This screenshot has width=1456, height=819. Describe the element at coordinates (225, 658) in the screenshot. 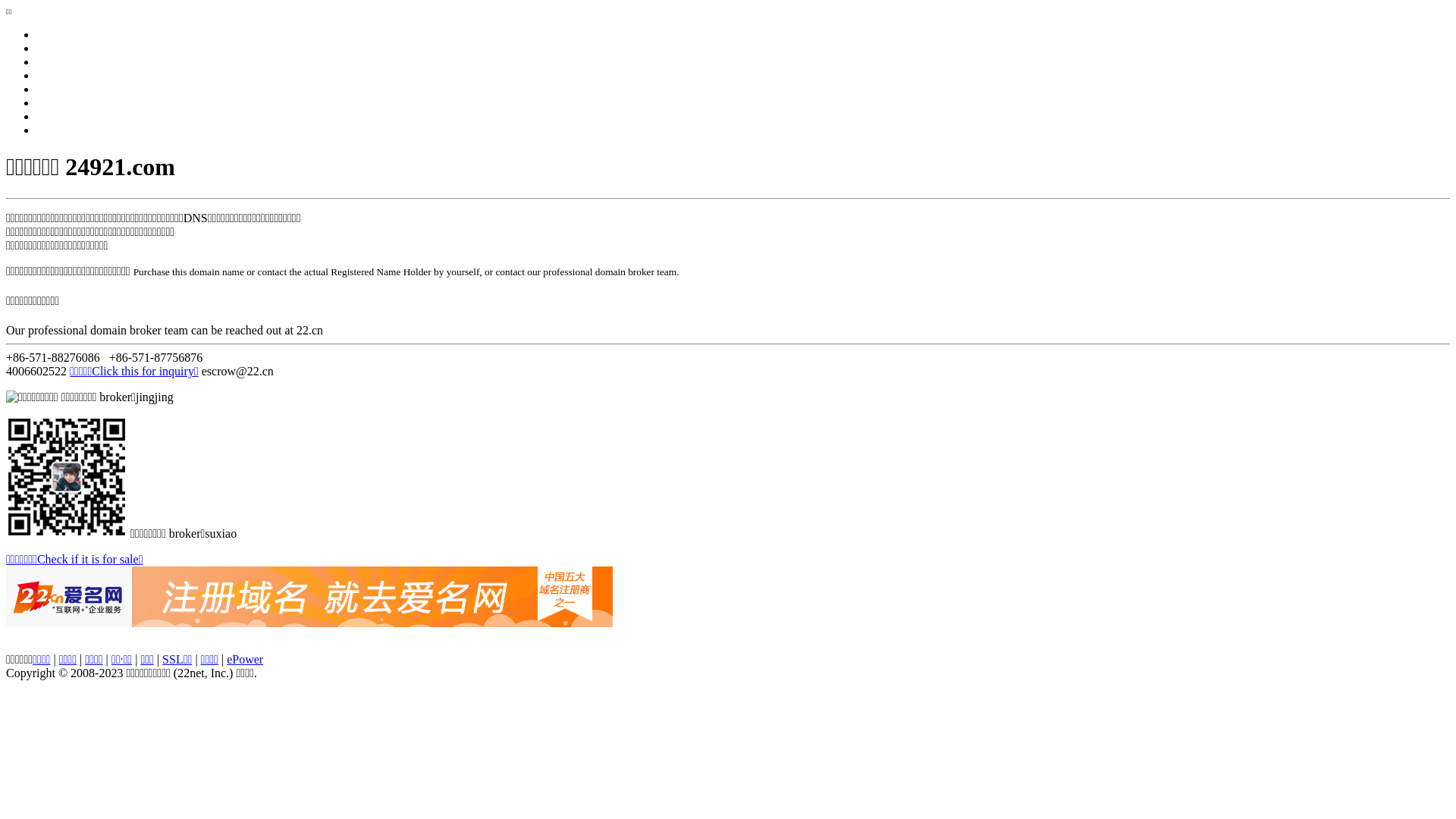

I see `'ePower'` at that location.